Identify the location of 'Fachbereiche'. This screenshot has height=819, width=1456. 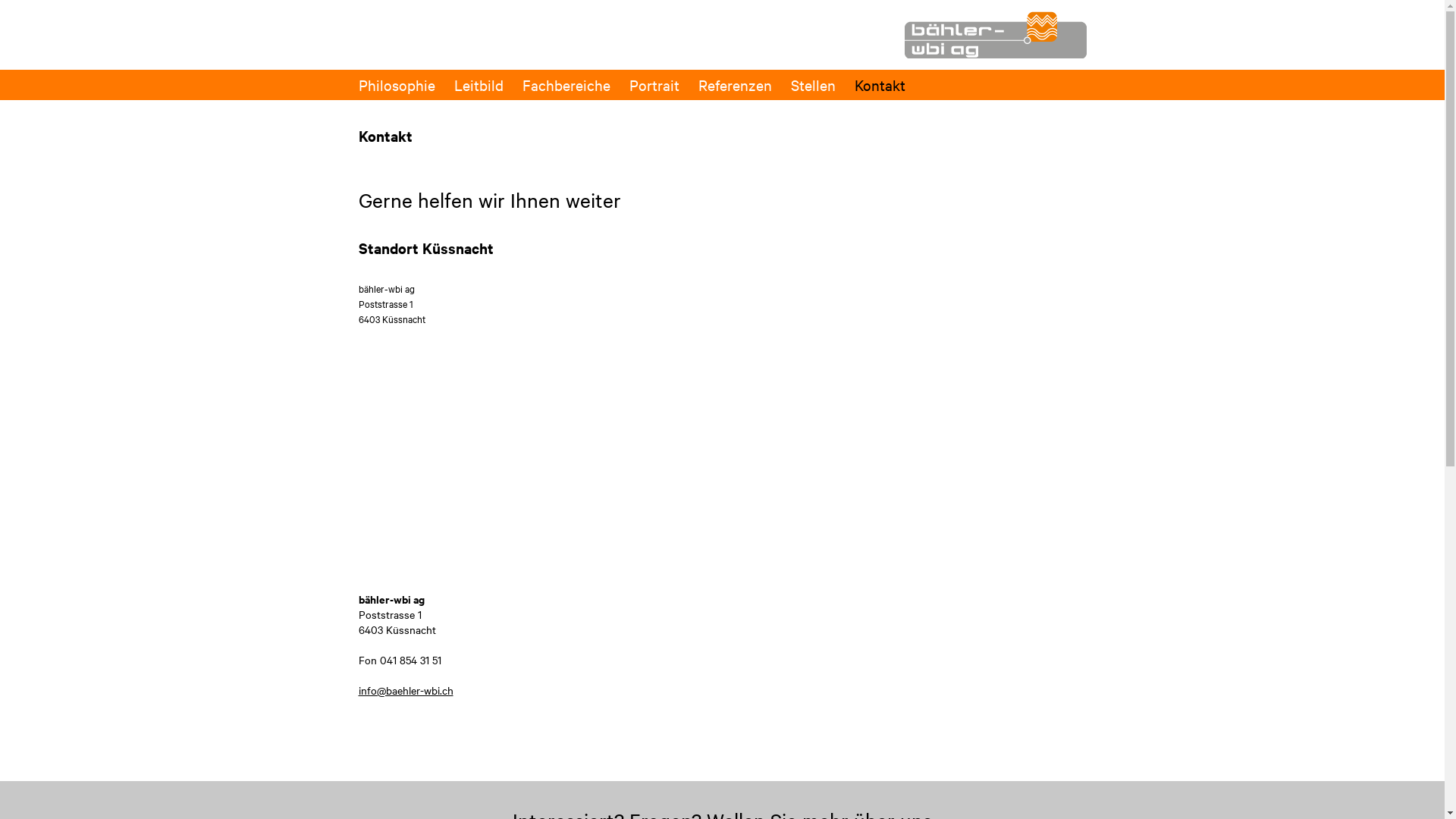
(564, 84).